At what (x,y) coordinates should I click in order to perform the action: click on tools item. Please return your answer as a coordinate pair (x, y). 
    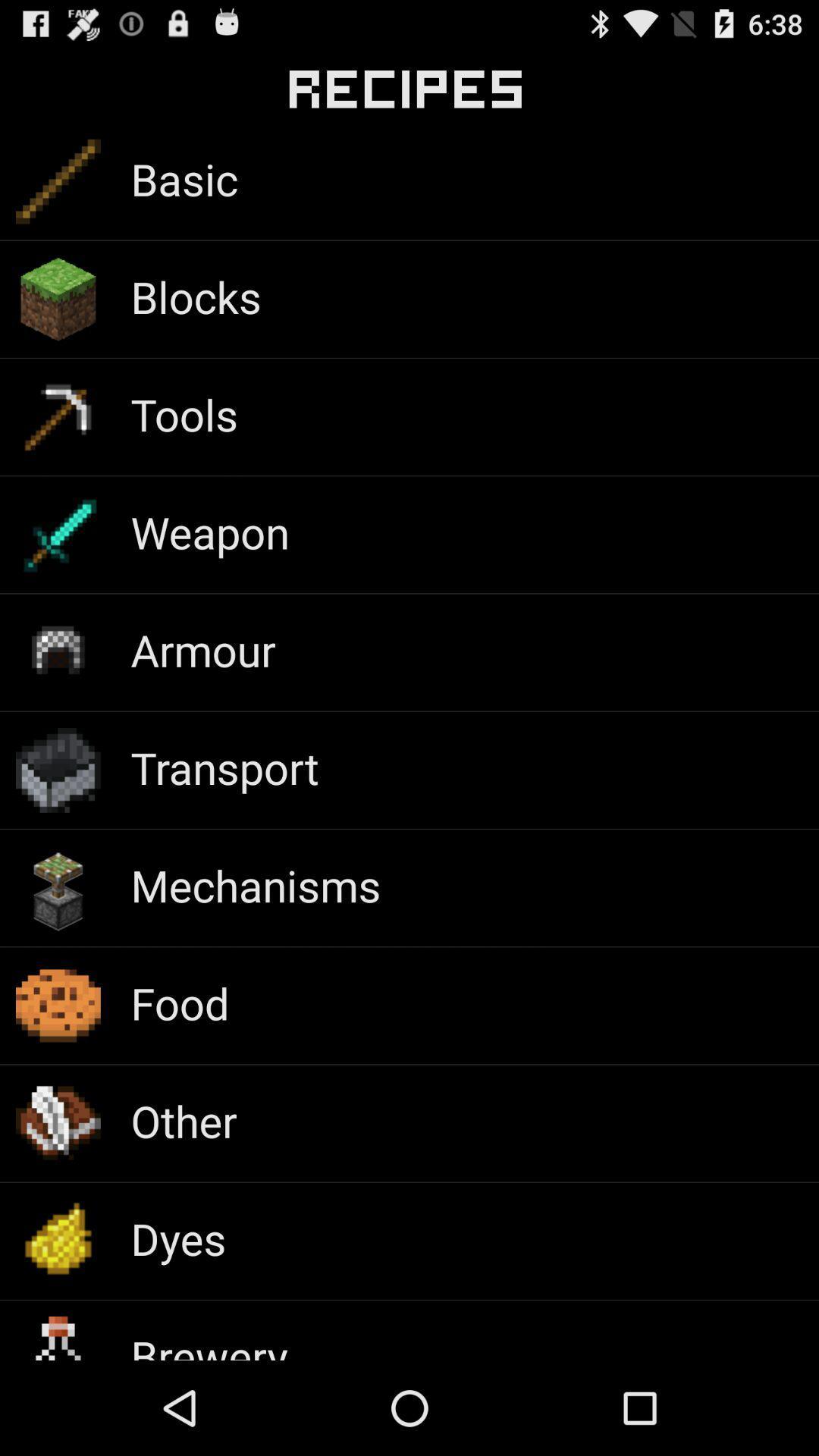
    Looking at the image, I should click on (184, 414).